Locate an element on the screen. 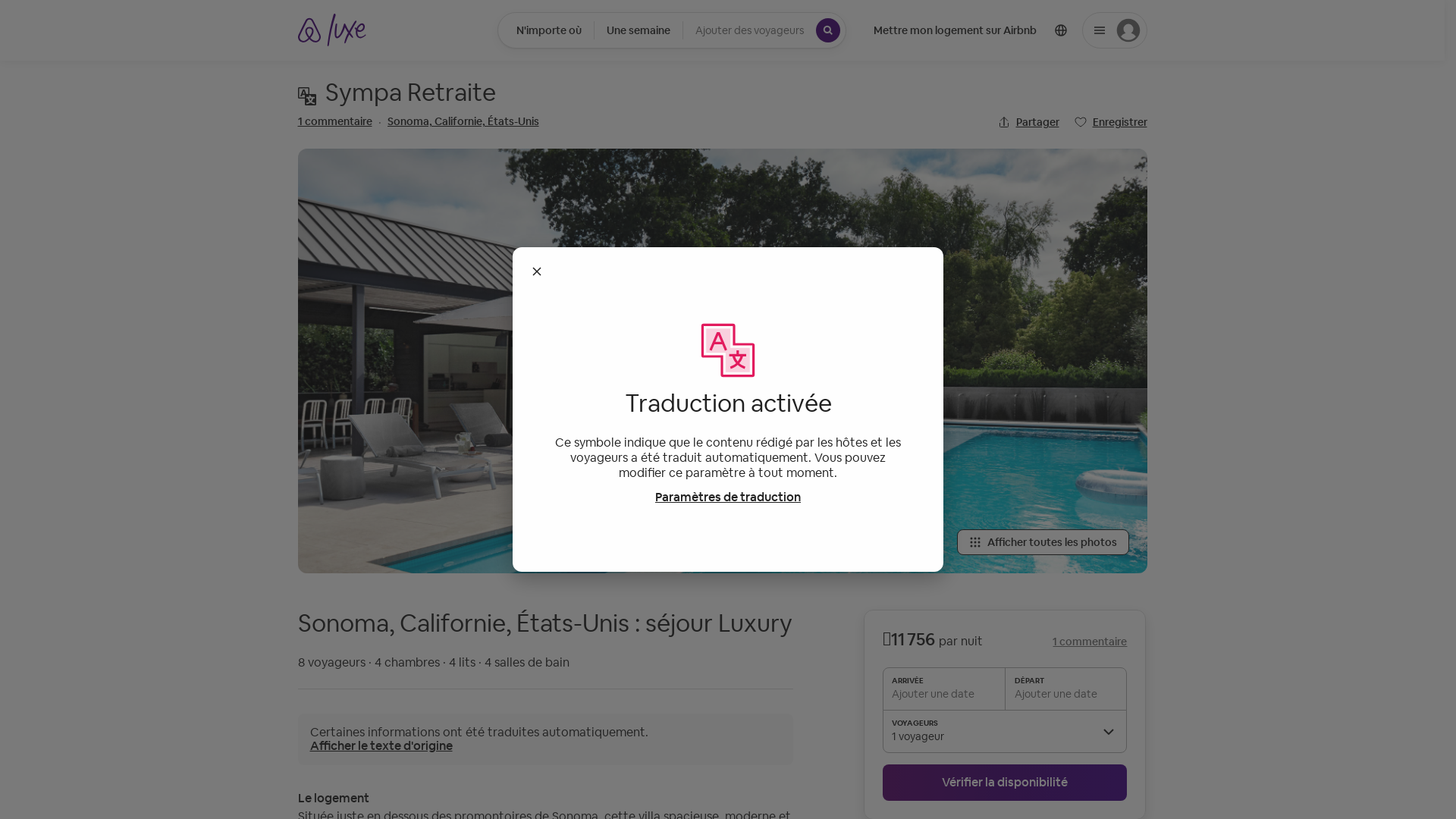 The width and height of the screenshot is (1456, 819). 'Mettre mon logement sur Airbnb' is located at coordinates (954, 30).